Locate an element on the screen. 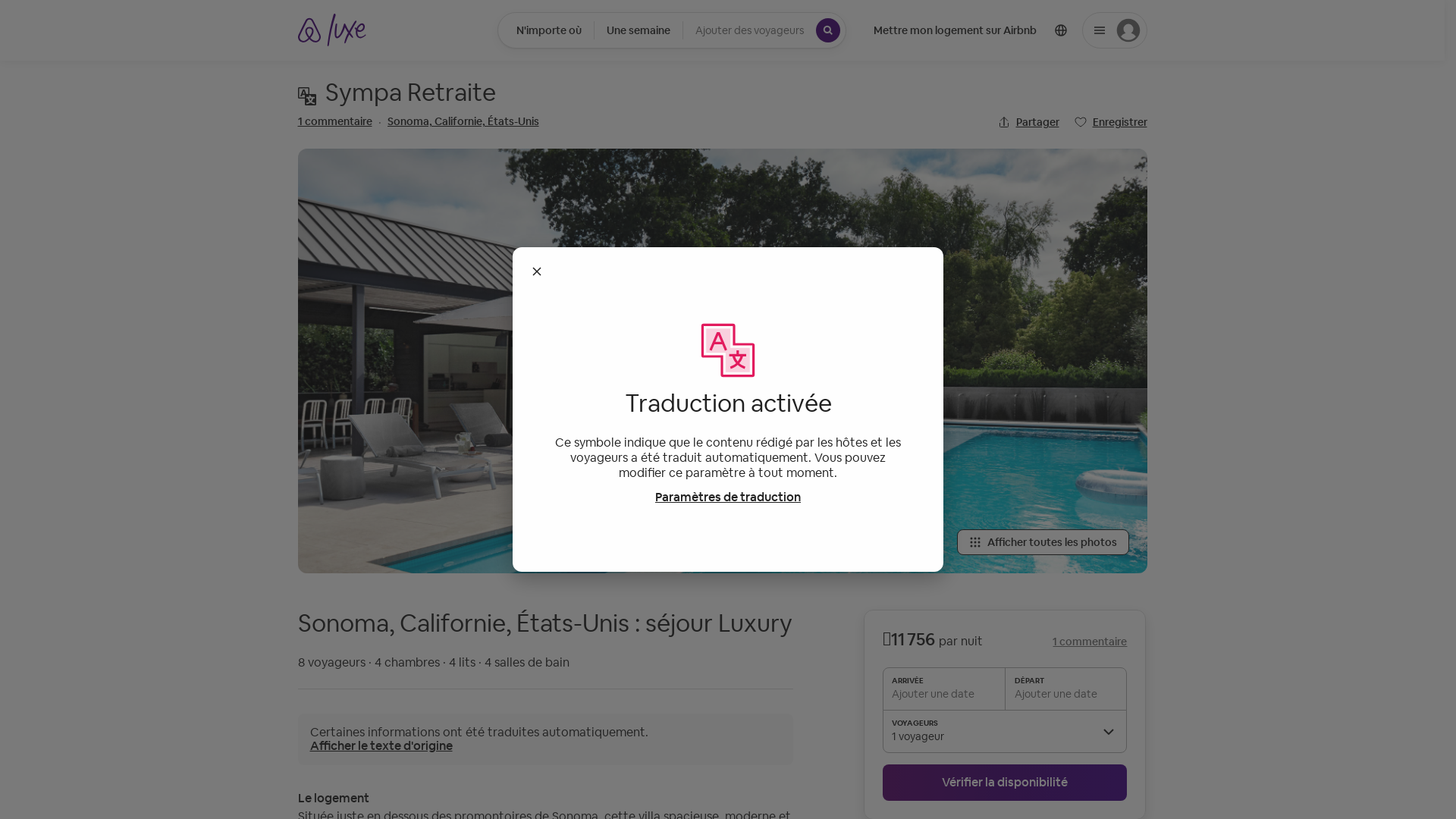 The width and height of the screenshot is (1456, 819). 'Mettre mon logement sur Airbnb' is located at coordinates (954, 30).